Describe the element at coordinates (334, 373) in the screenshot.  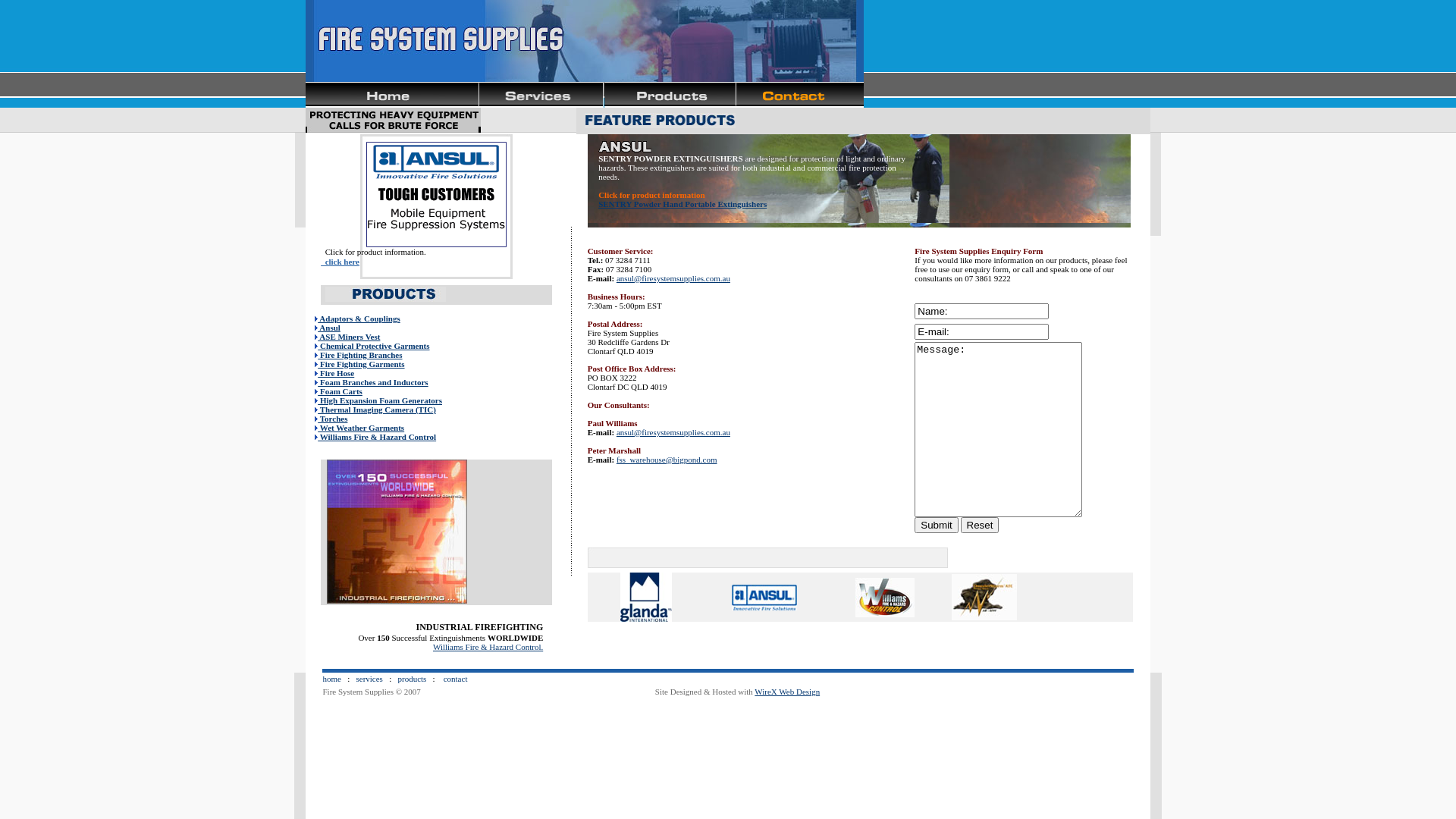
I see `' Fire Hose'` at that location.